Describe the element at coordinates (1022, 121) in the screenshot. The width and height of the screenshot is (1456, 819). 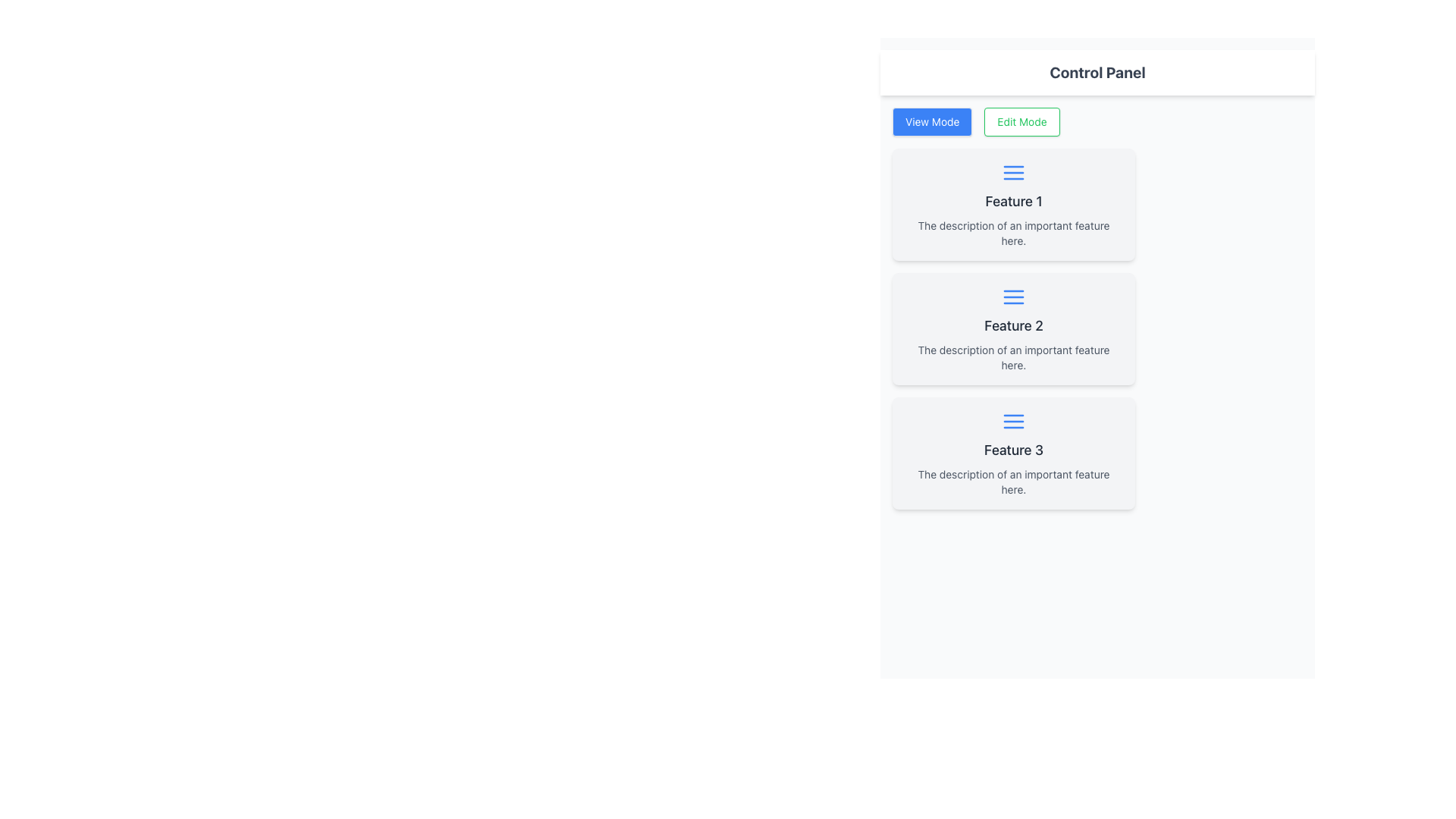
I see `the edit mode button located to the right of the 'View Mode' button in the top-right corner of the interface` at that location.